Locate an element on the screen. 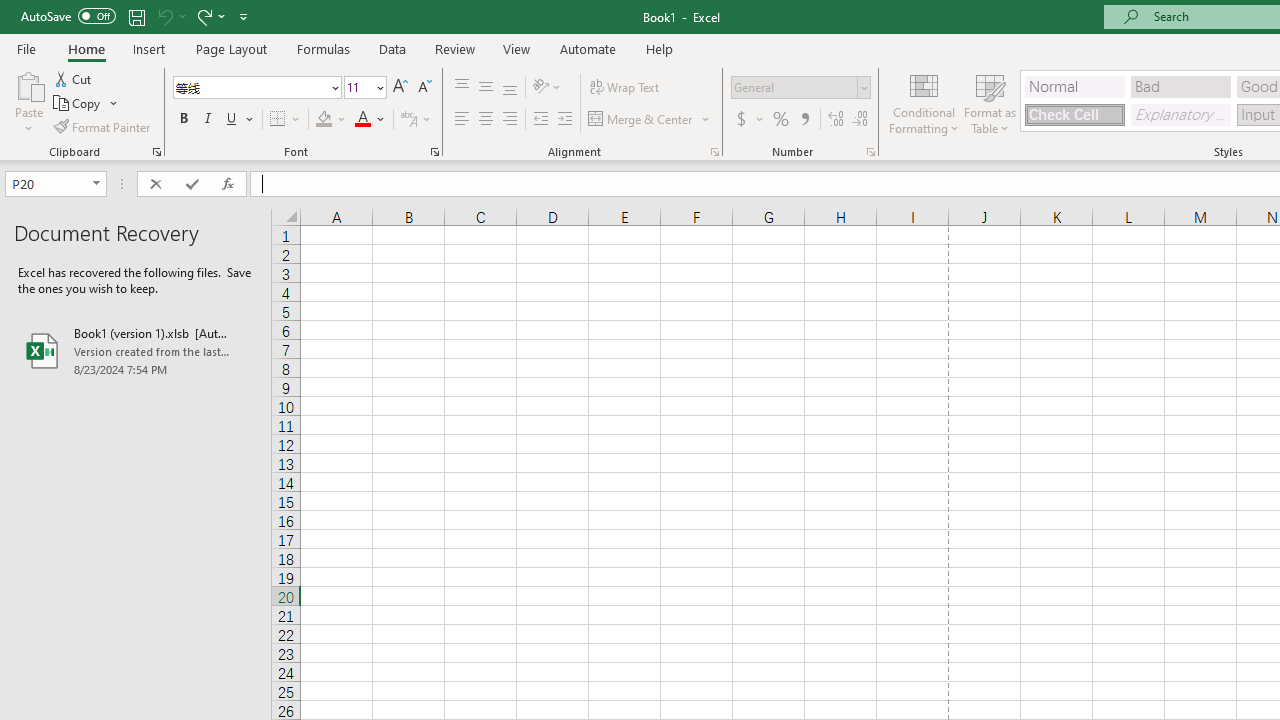 This screenshot has height=720, width=1280. 'Orientation' is located at coordinates (547, 86).